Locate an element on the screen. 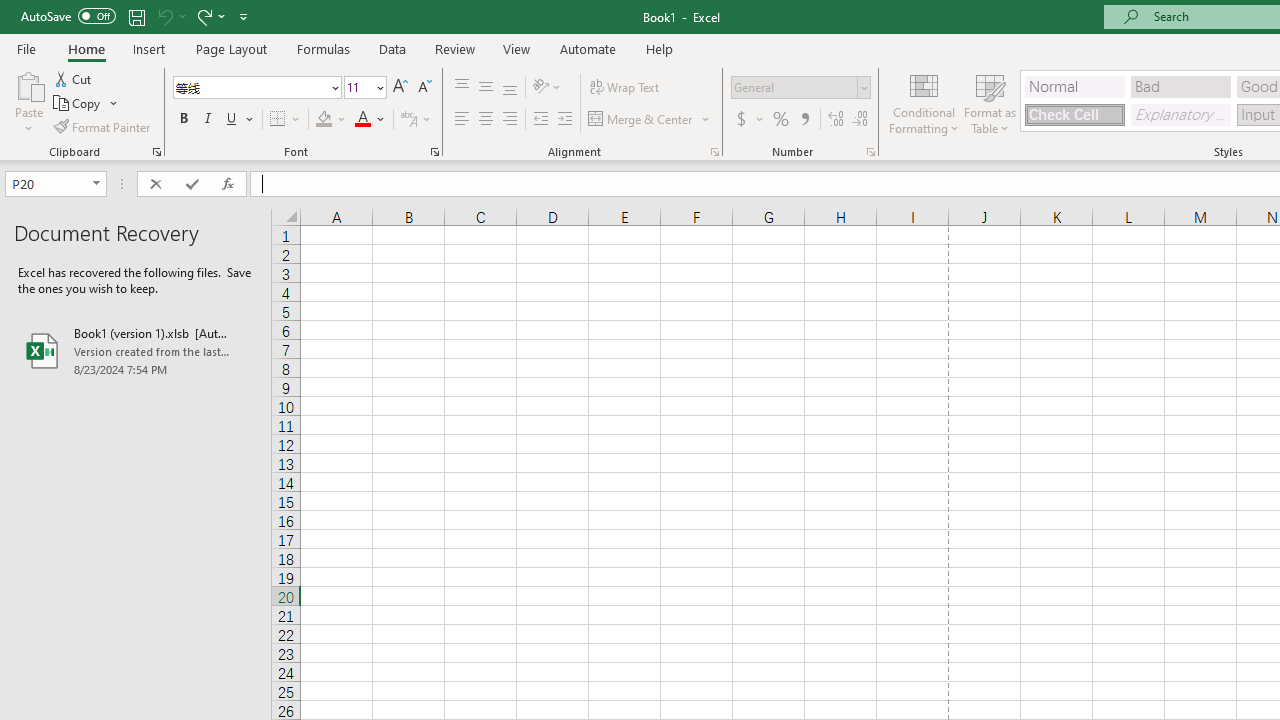 This screenshot has height=720, width=1280. 'Orientation' is located at coordinates (547, 86).